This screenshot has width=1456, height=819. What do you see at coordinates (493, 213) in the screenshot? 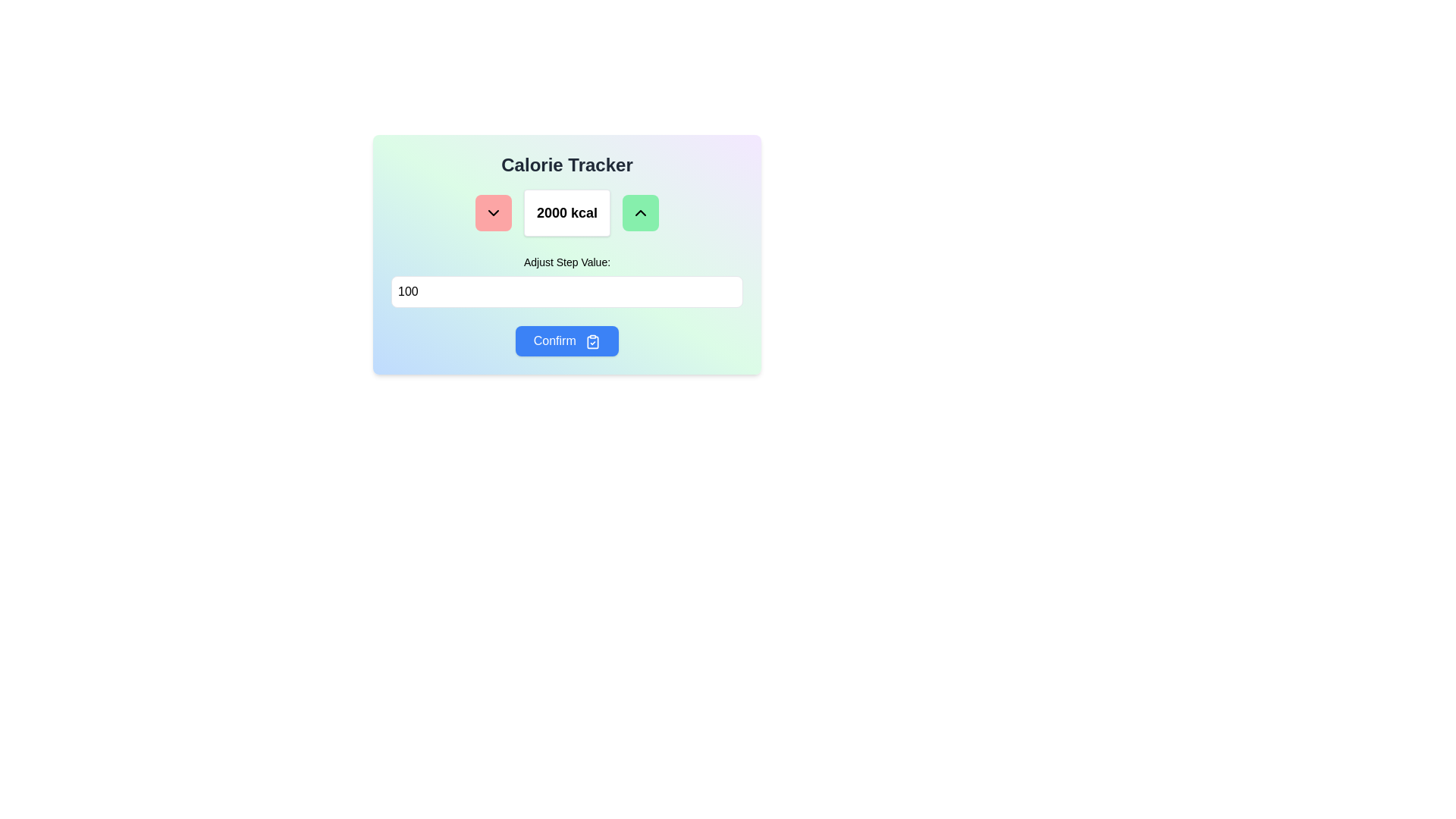
I see `the downward-facing chevron icon inside the red rounded button to decrement the value in the calorie tracker interface` at bounding box center [493, 213].